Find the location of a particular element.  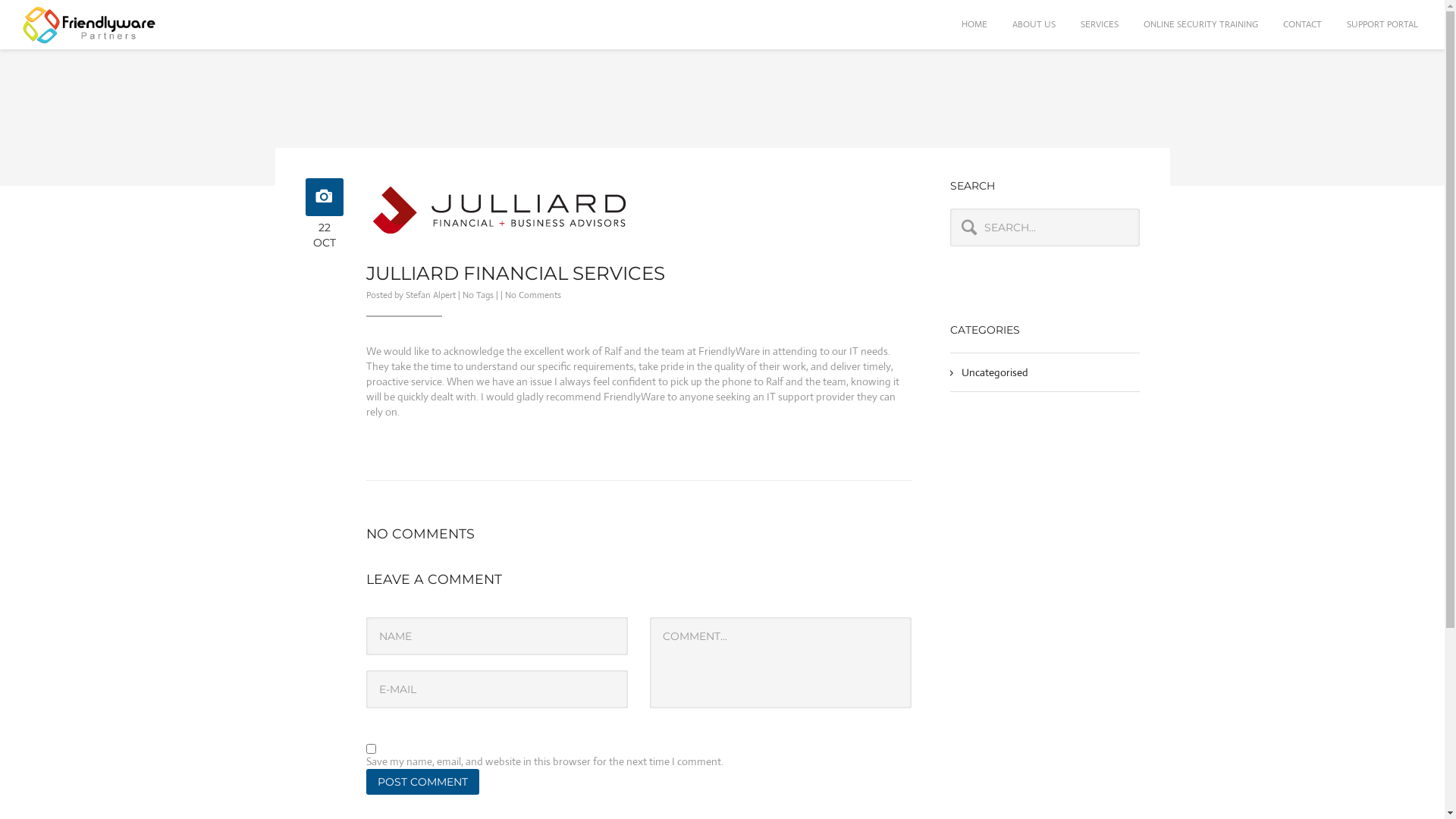

'ABOUT US' is located at coordinates (1033, 24).